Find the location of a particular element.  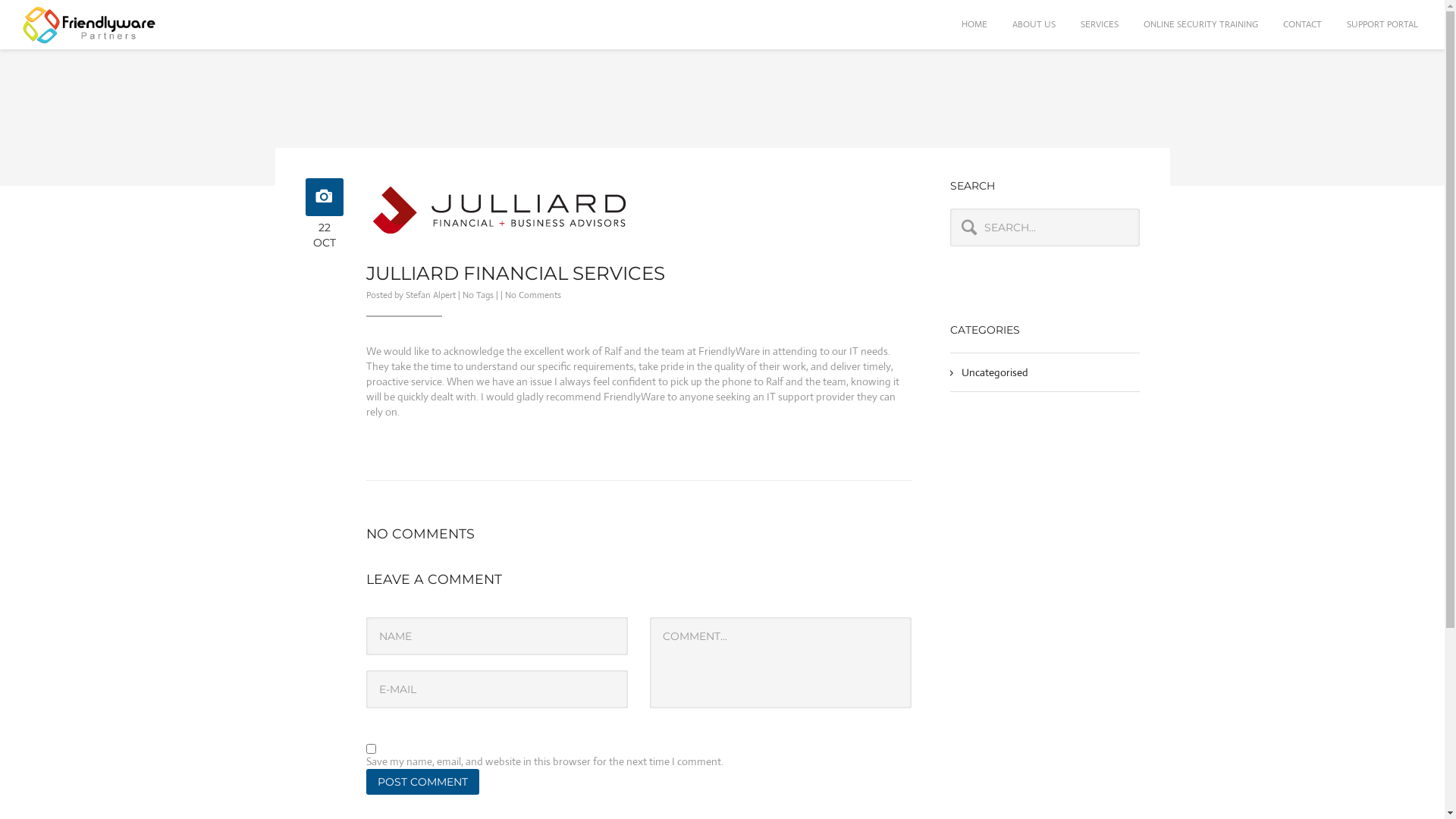

'ABOUT US' is located at coordinates (1033, 24).